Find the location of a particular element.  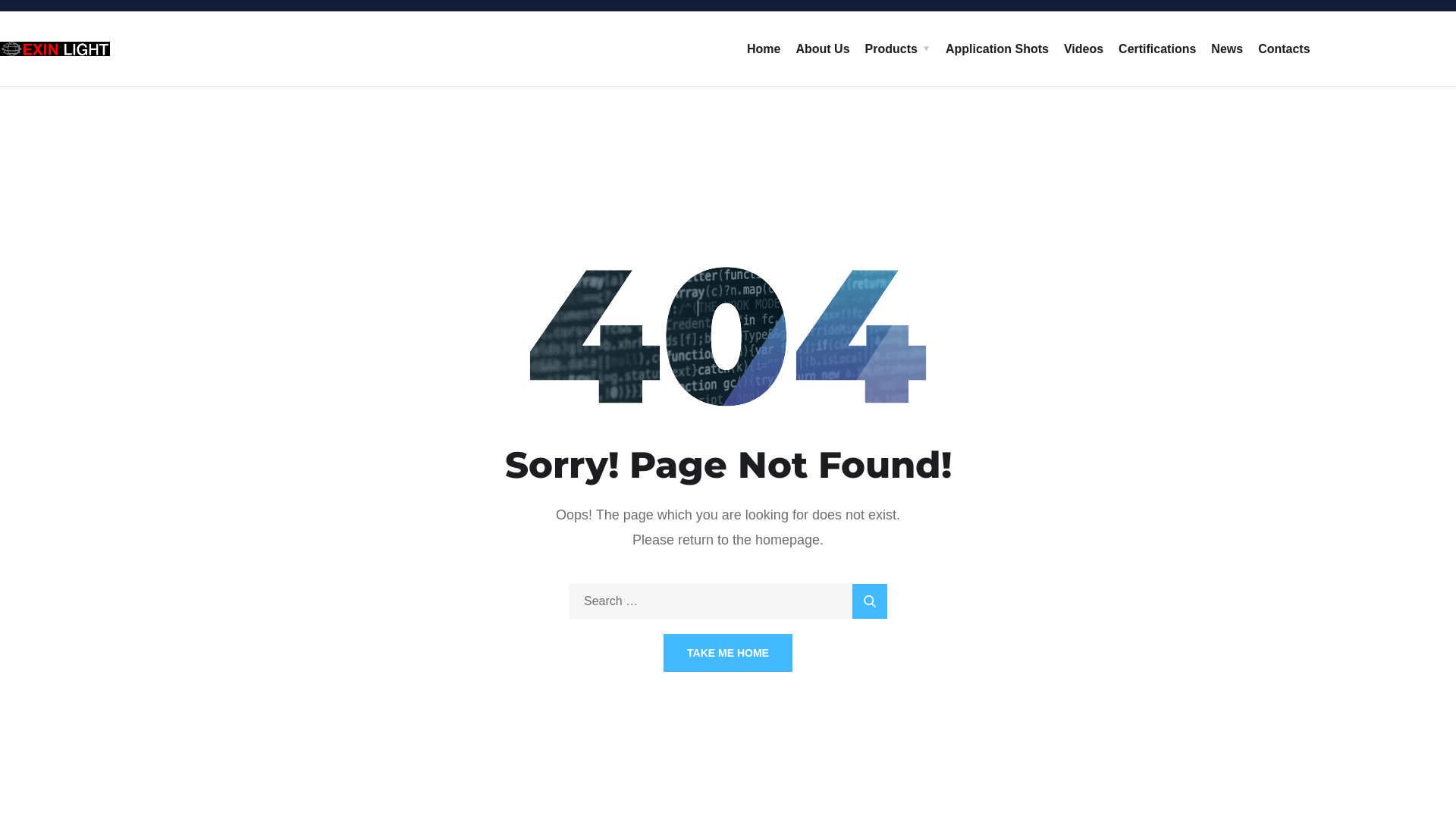

'Contacts' is located at coordinates (1283, 48).